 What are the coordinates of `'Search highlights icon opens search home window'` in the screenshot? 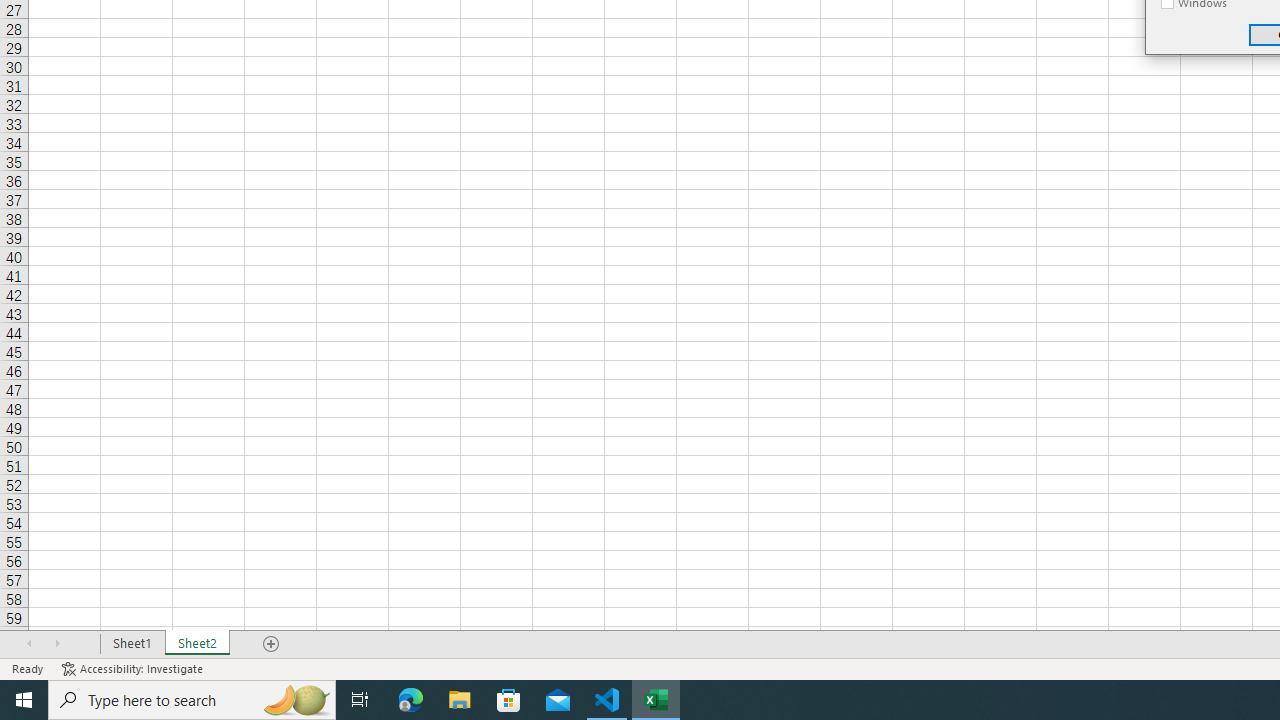 It's located at (294, 698).